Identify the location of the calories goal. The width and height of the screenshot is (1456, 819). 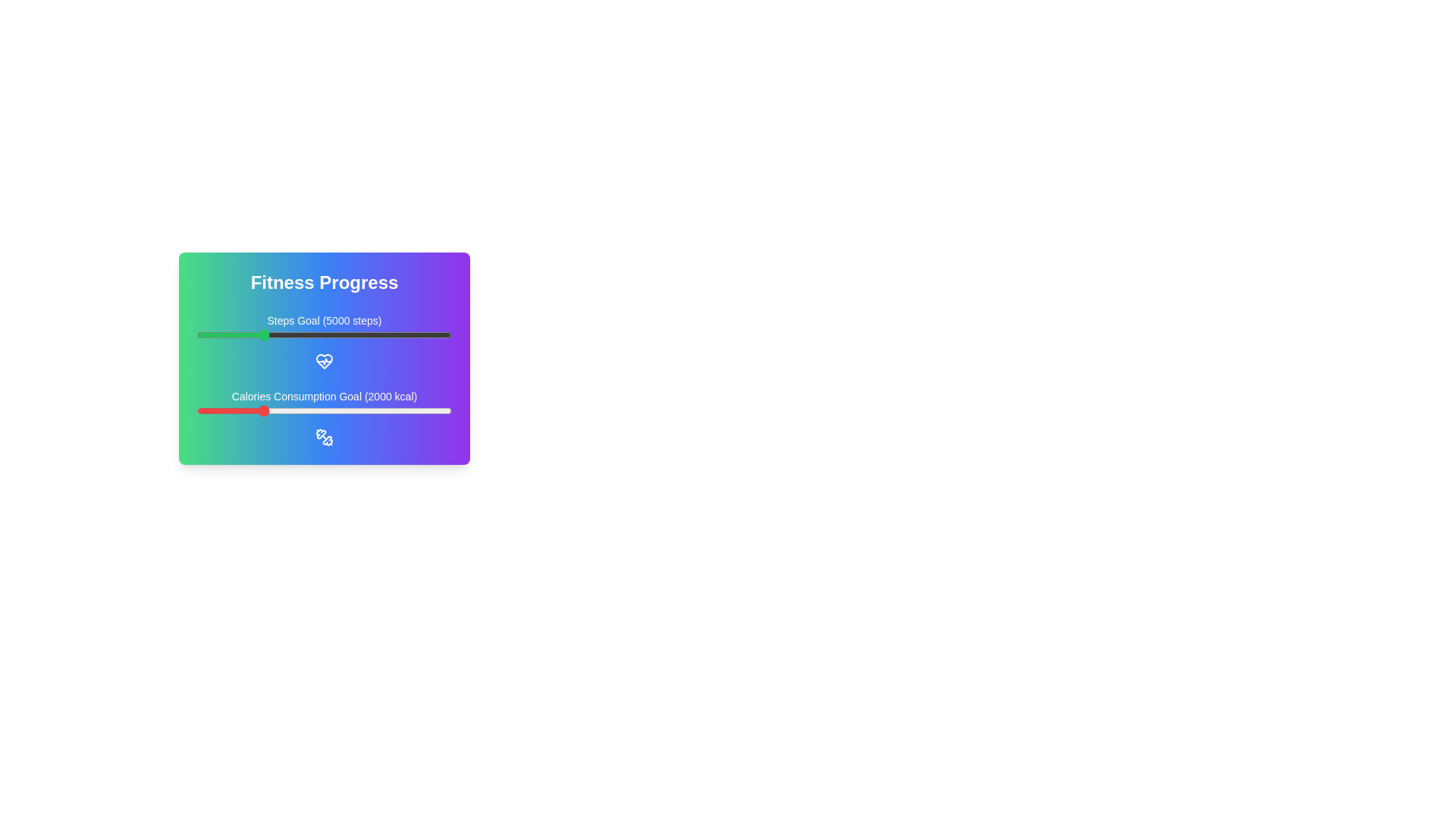
(247, 411).